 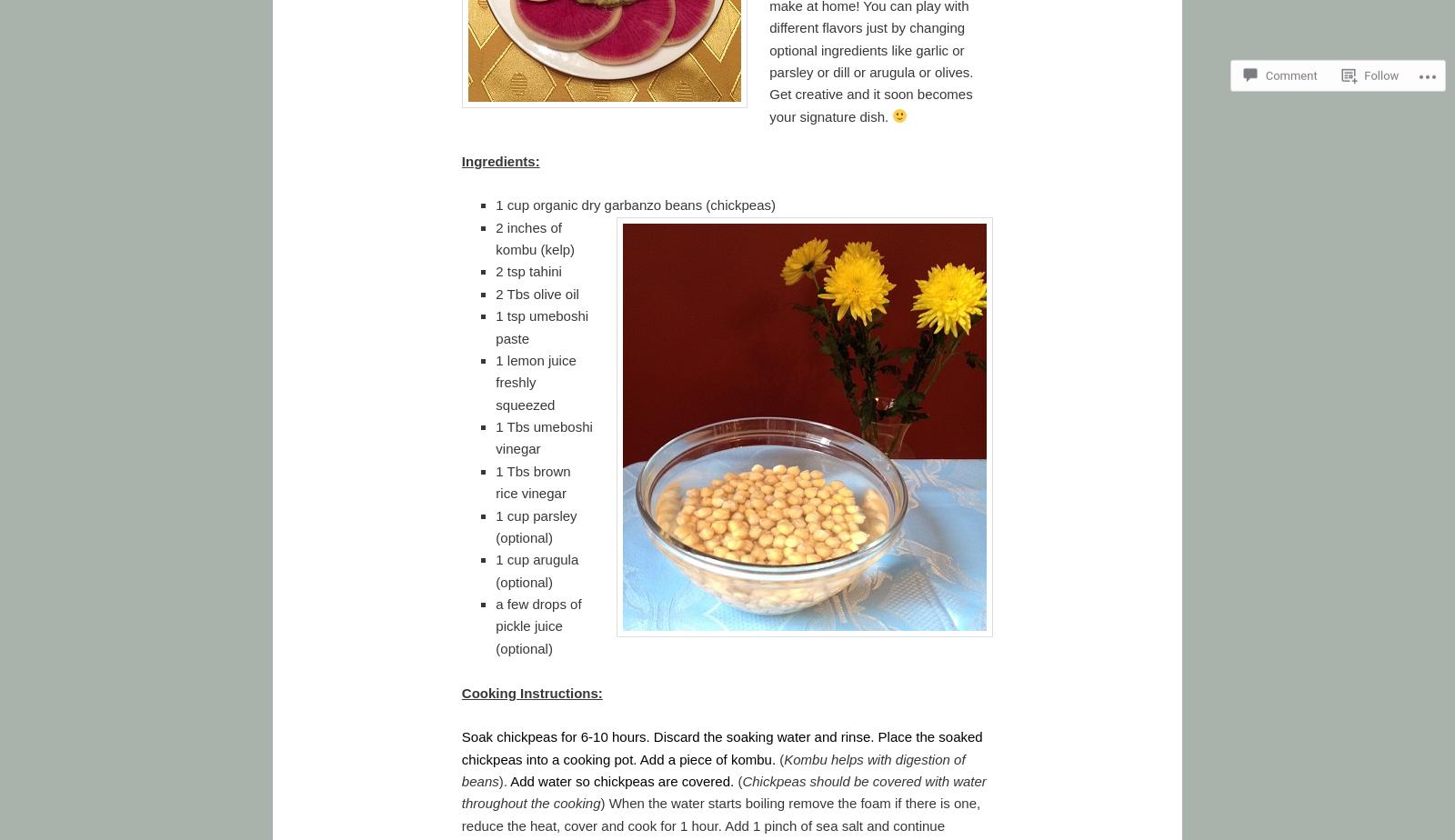 What do you see at coordinates (587, 205) in the screenshot?
I see `'1 cup organic dry garbanzo be'` at bounding box center [587, 205].